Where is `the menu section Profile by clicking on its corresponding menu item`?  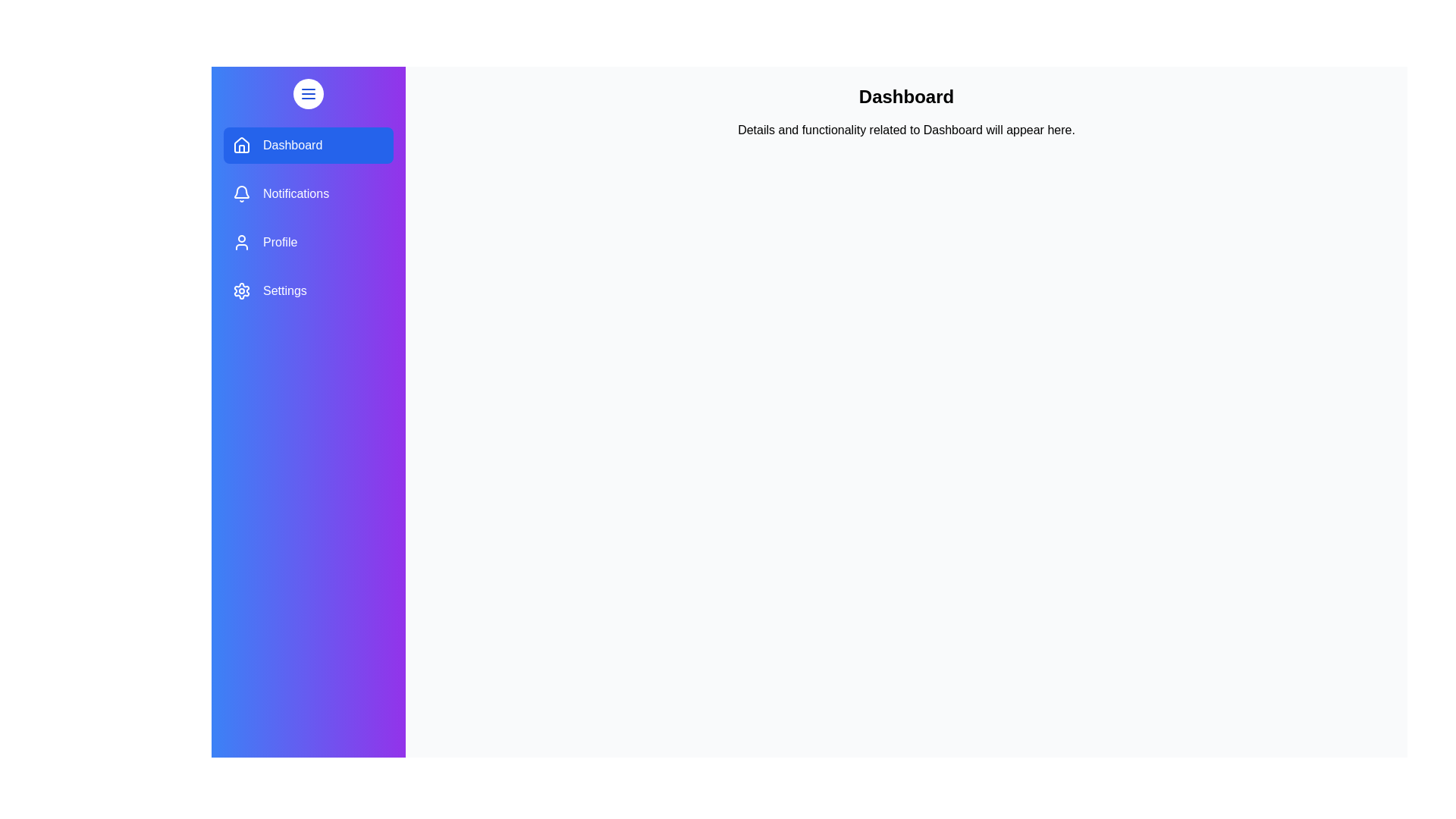
the menu section Profile by clicking on its corresponding menu item is located at coordinates (308, 242).